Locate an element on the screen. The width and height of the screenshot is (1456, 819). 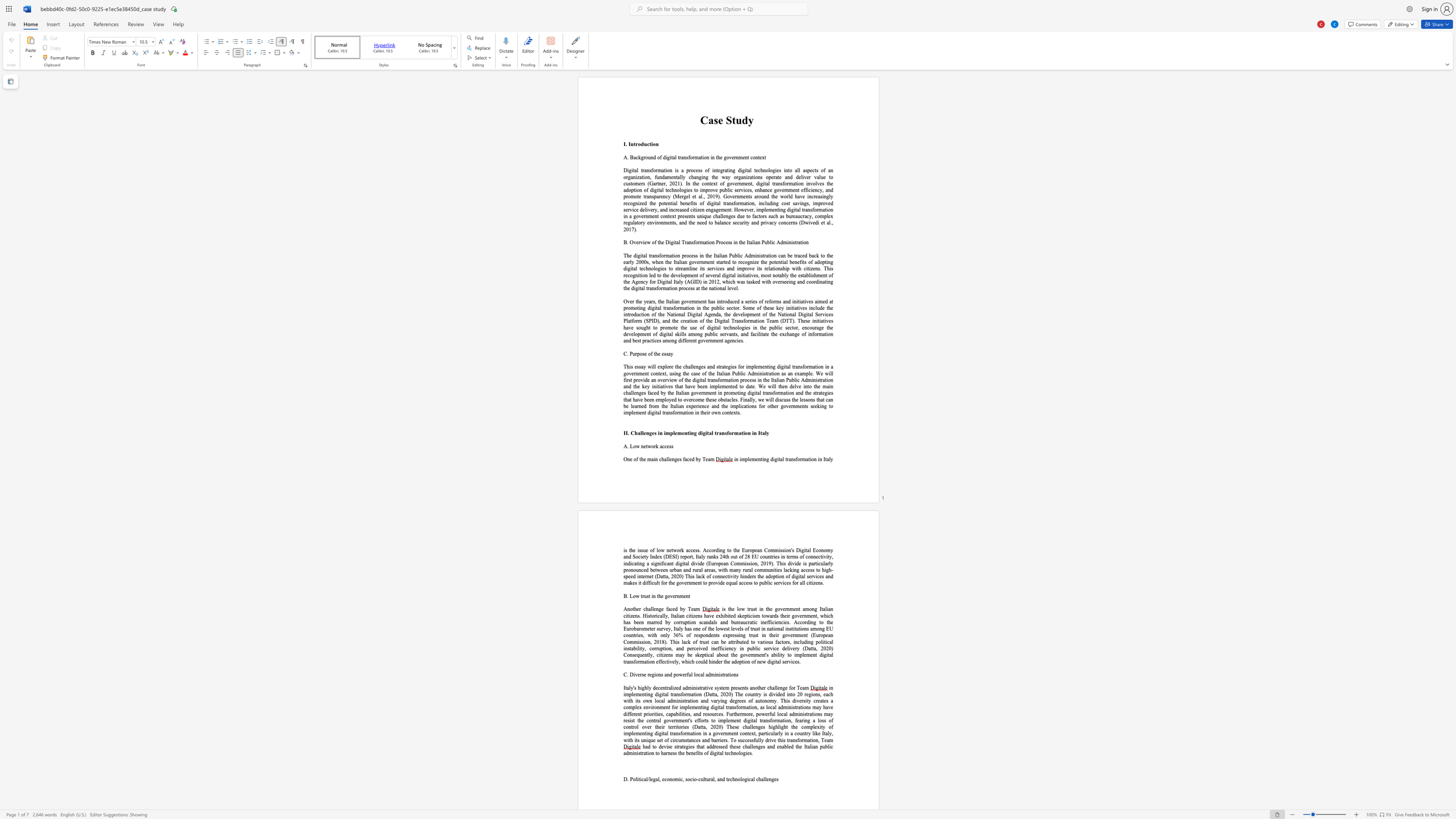
the 8th character "u" in the text is located at coordinates (631, 223).